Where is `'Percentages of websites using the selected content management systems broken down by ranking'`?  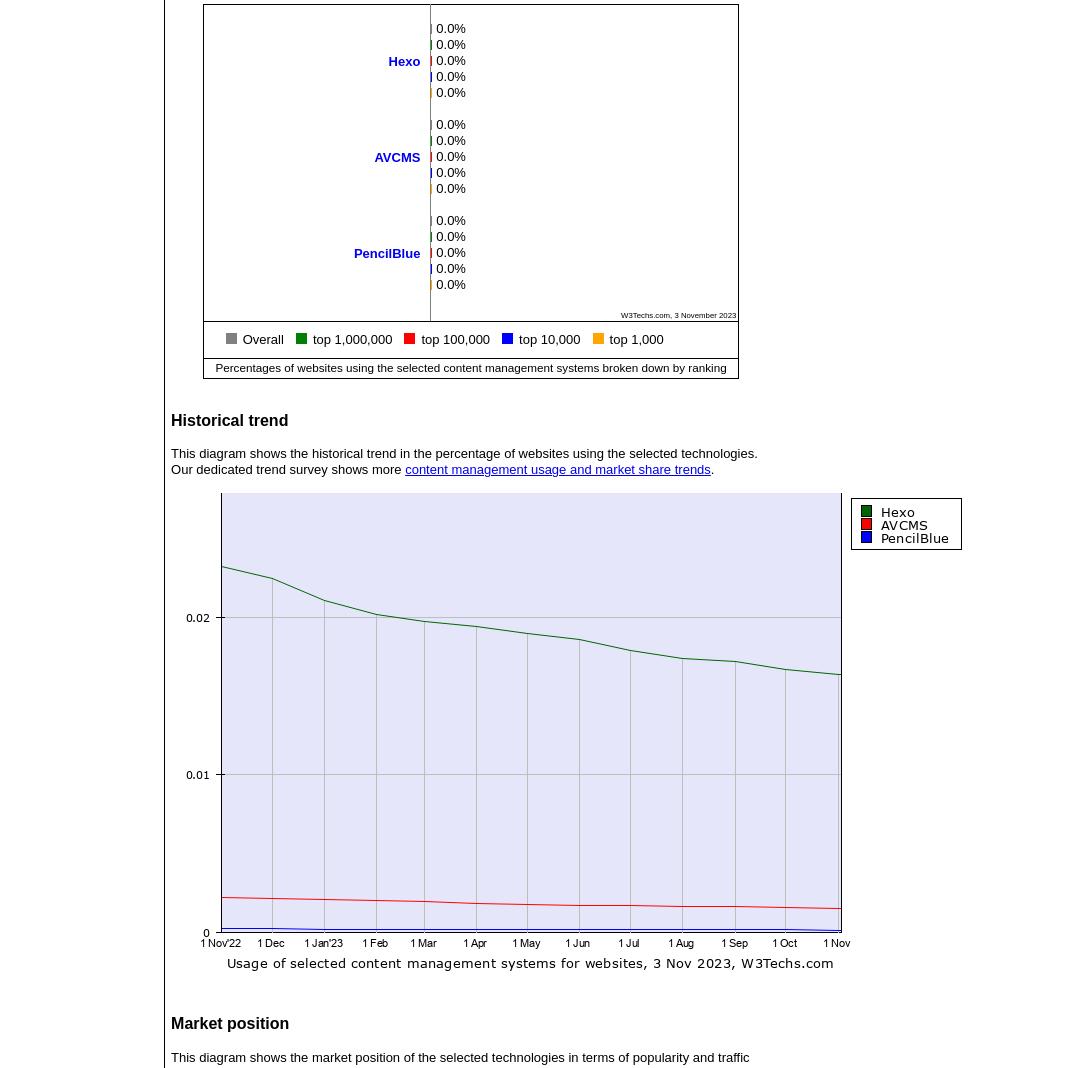
'Percentages of websites using the selected content management systems broken down by ranking' is located at coordinates (469, 365).